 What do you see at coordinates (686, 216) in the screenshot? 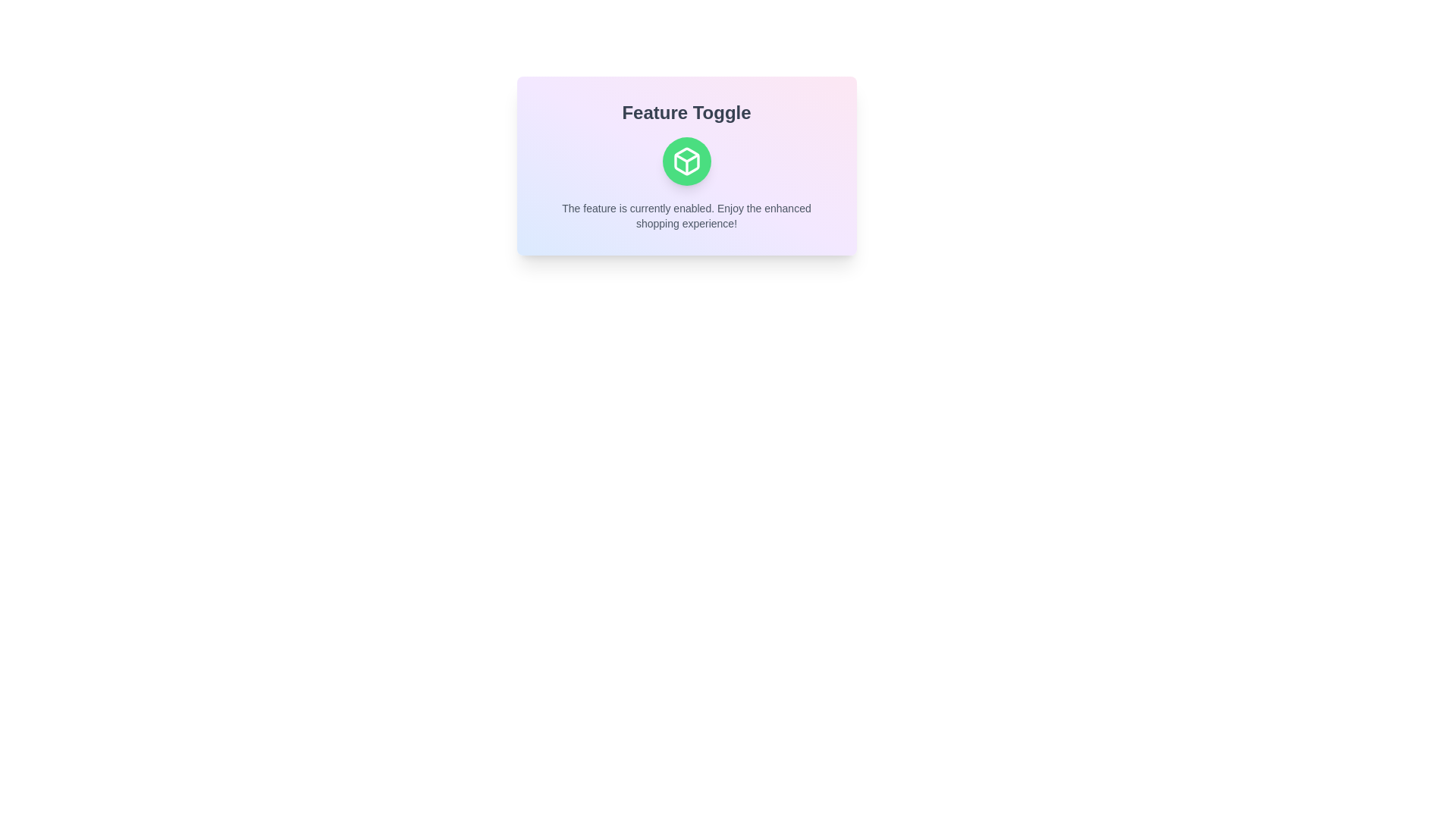
I see `the text block displaying the message 'The feature is currently enabled. Enjoy the enhanced shopping experience!' located beneath the green icon in the 'Feature Toggle' card` at bounding box center [686, 216].